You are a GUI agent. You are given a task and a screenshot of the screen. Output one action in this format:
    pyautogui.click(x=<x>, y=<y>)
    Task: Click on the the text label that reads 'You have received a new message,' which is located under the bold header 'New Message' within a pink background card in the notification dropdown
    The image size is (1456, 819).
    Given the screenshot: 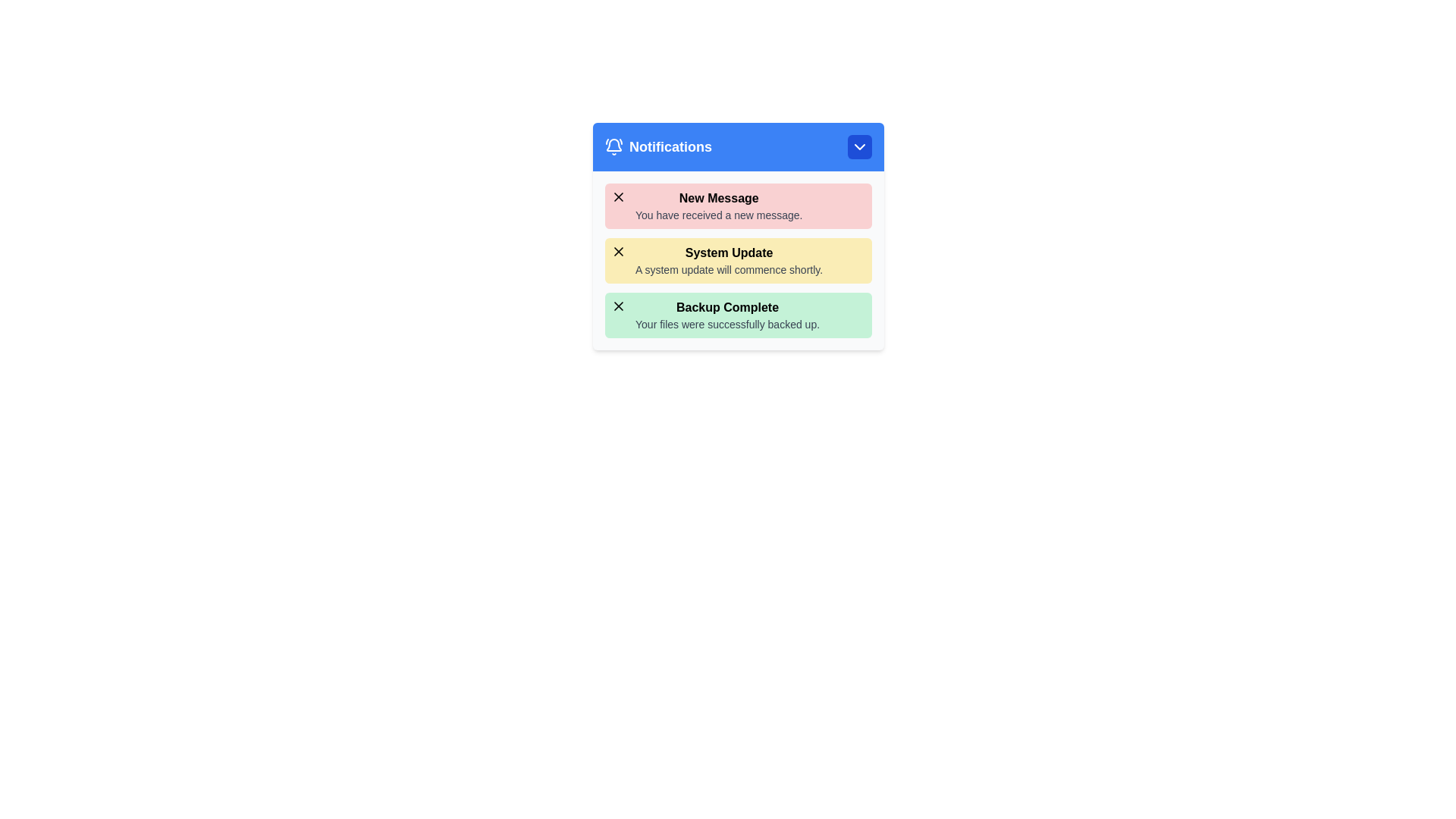 What is the action you would take?
    pyautogui.click(x=718, y=215)
    